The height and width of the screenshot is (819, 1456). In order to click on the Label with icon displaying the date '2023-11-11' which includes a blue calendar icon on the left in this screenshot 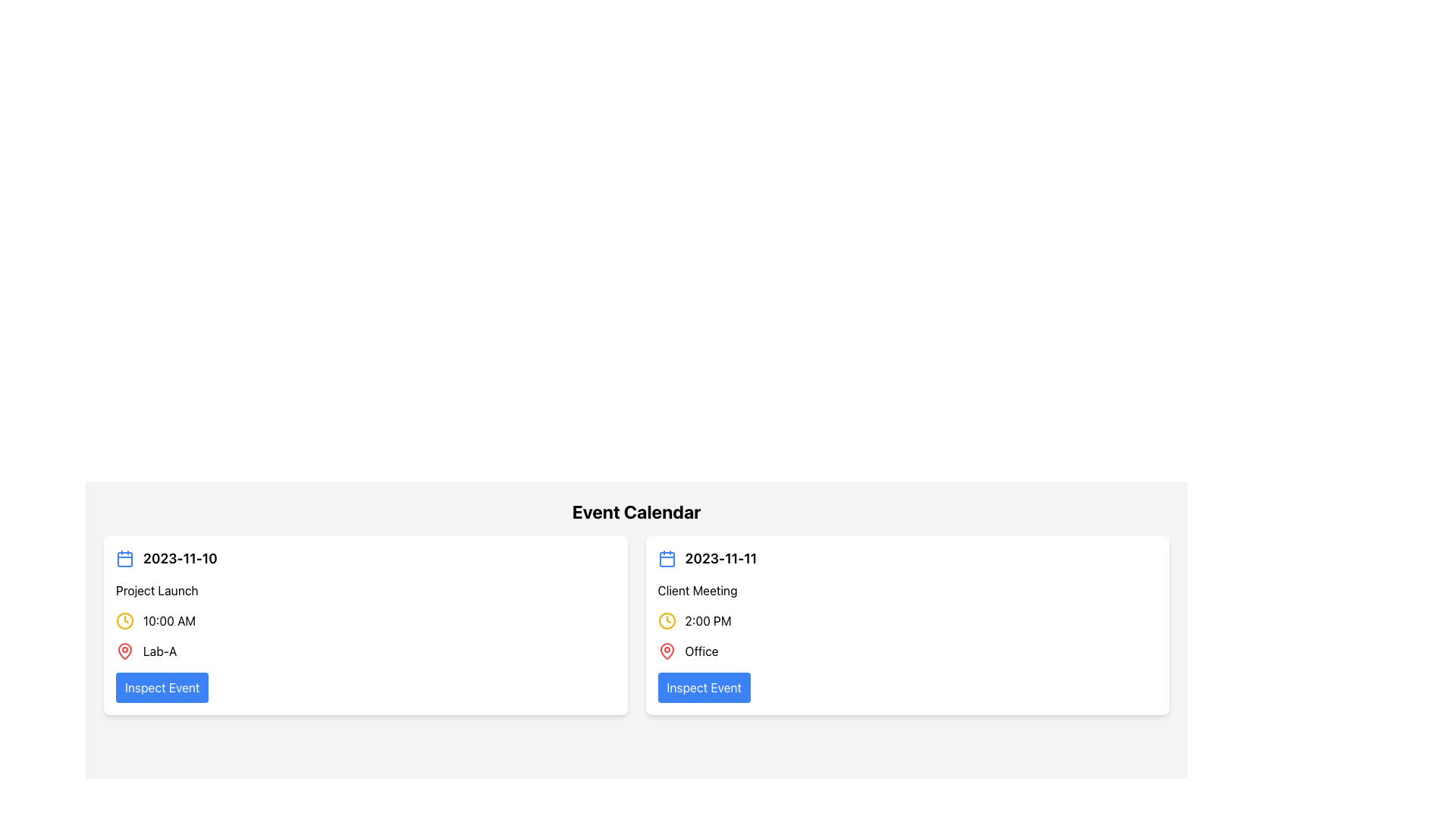, I will do `click(706, 558)`.